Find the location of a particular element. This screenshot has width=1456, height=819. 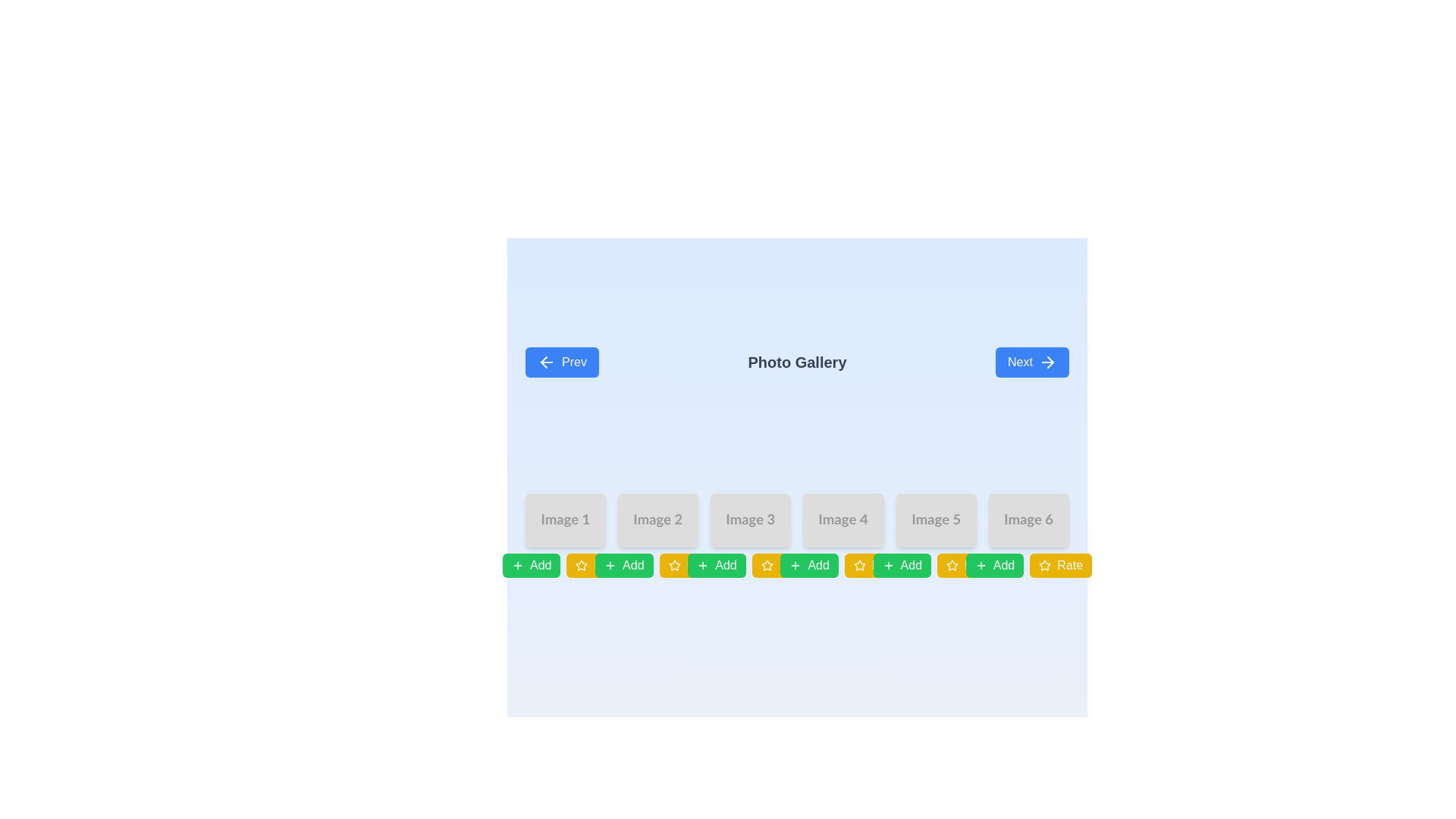

the 'Add' button located beneath the fourth image in a sequence of six images is located at coordinates (808, 565).